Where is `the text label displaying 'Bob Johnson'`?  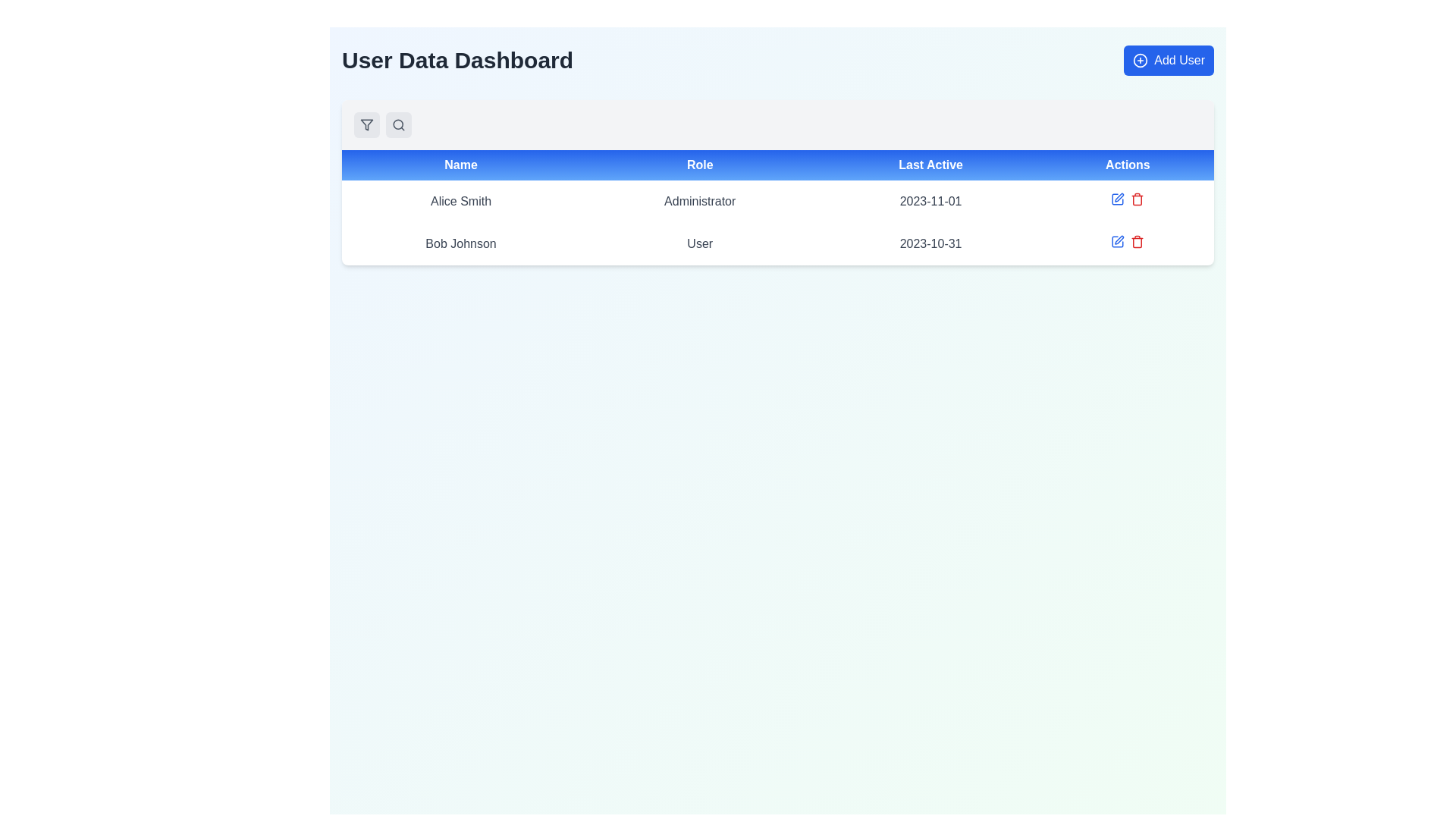
the text label displaying 'Bob Johnson' is located at coordinates (460, 243).